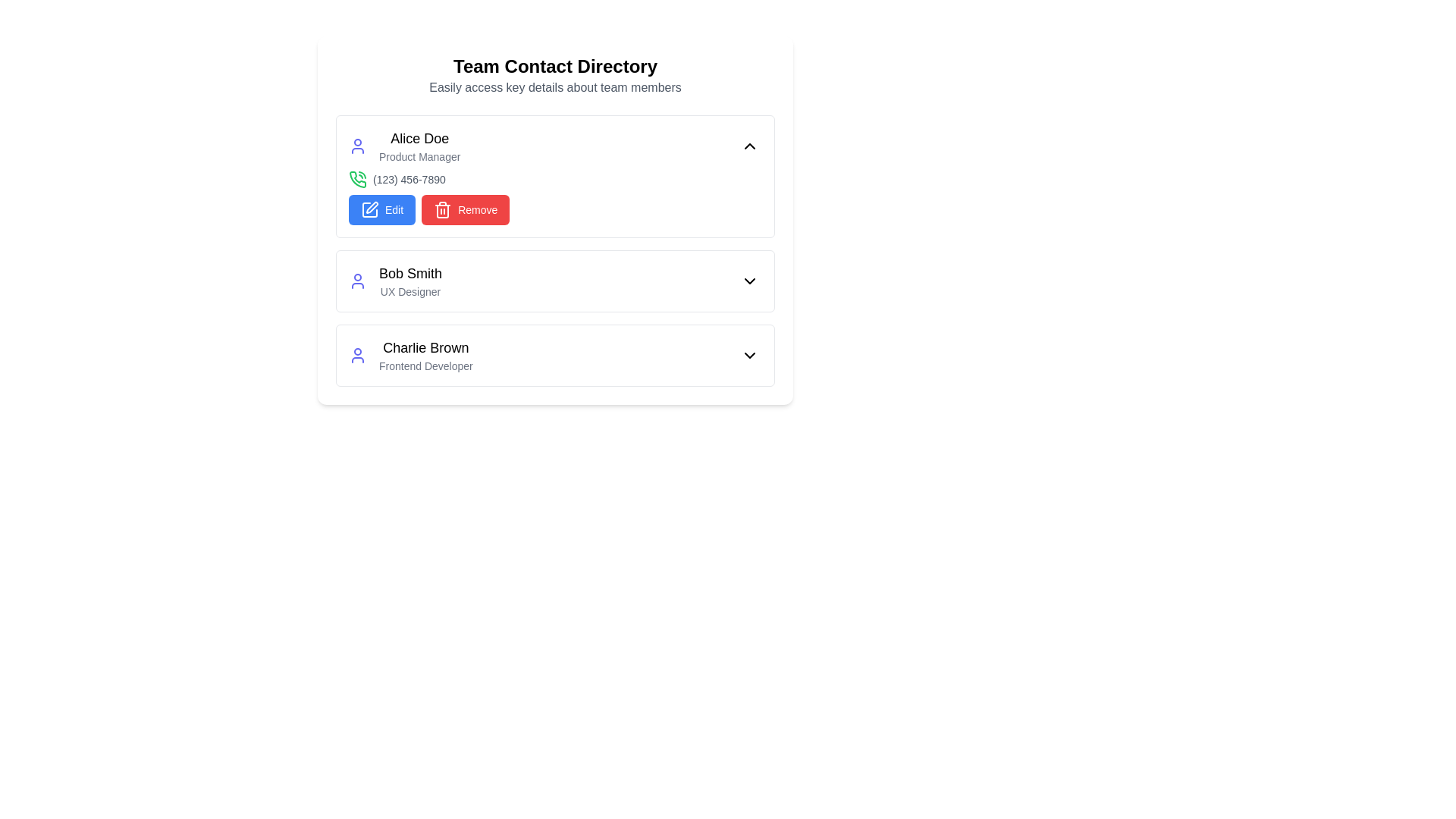 The height and width of the screenshot is (819, 1456). Describe the element at coordinates (372, 207) in the screenshot. I see `the pen-like graphical icon in the top-left corner of the card labeled 'Alice Doe' in the 'Team Contact Directory'` at that location.